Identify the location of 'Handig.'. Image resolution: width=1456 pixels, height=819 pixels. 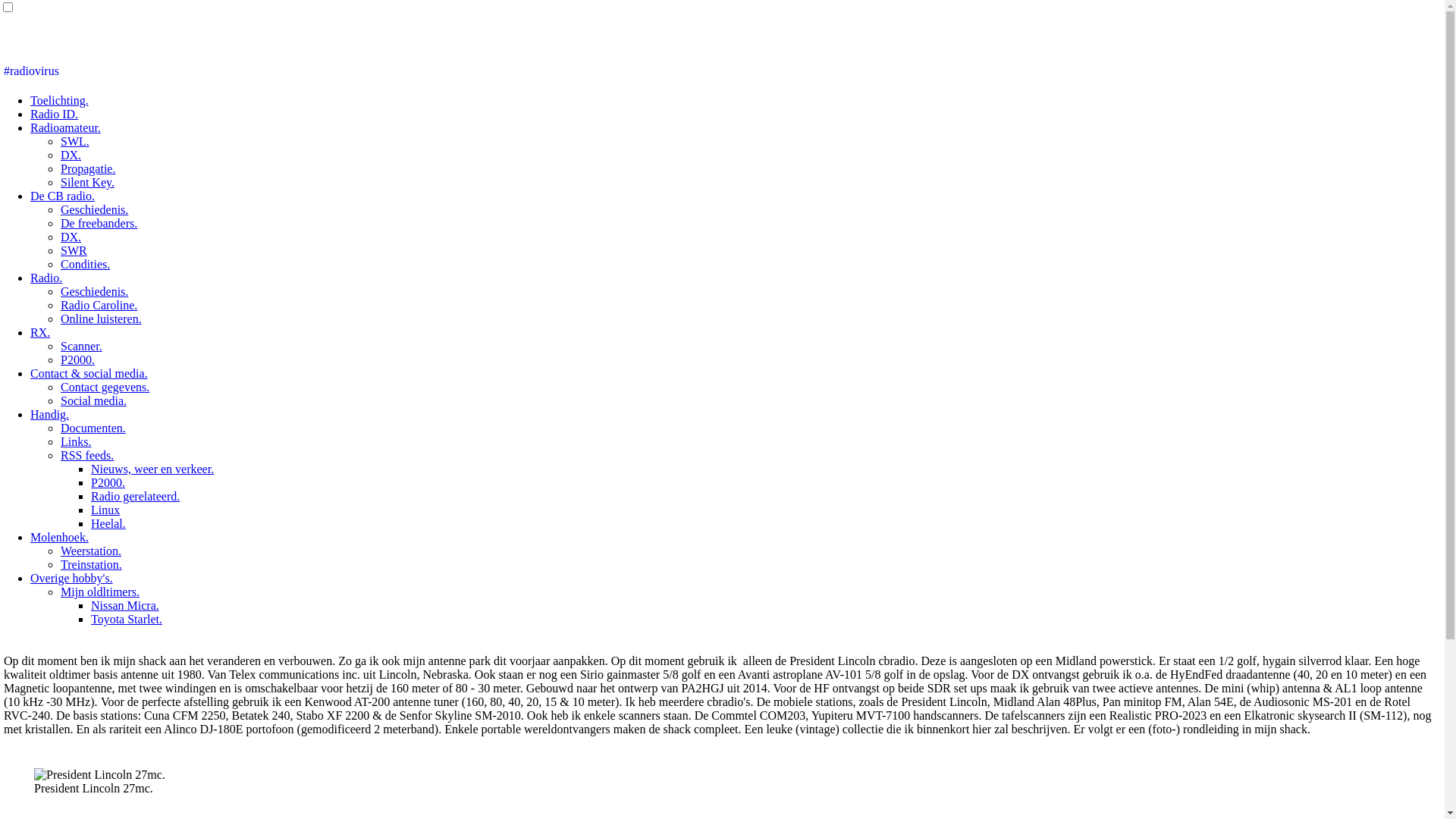
(49, 414).